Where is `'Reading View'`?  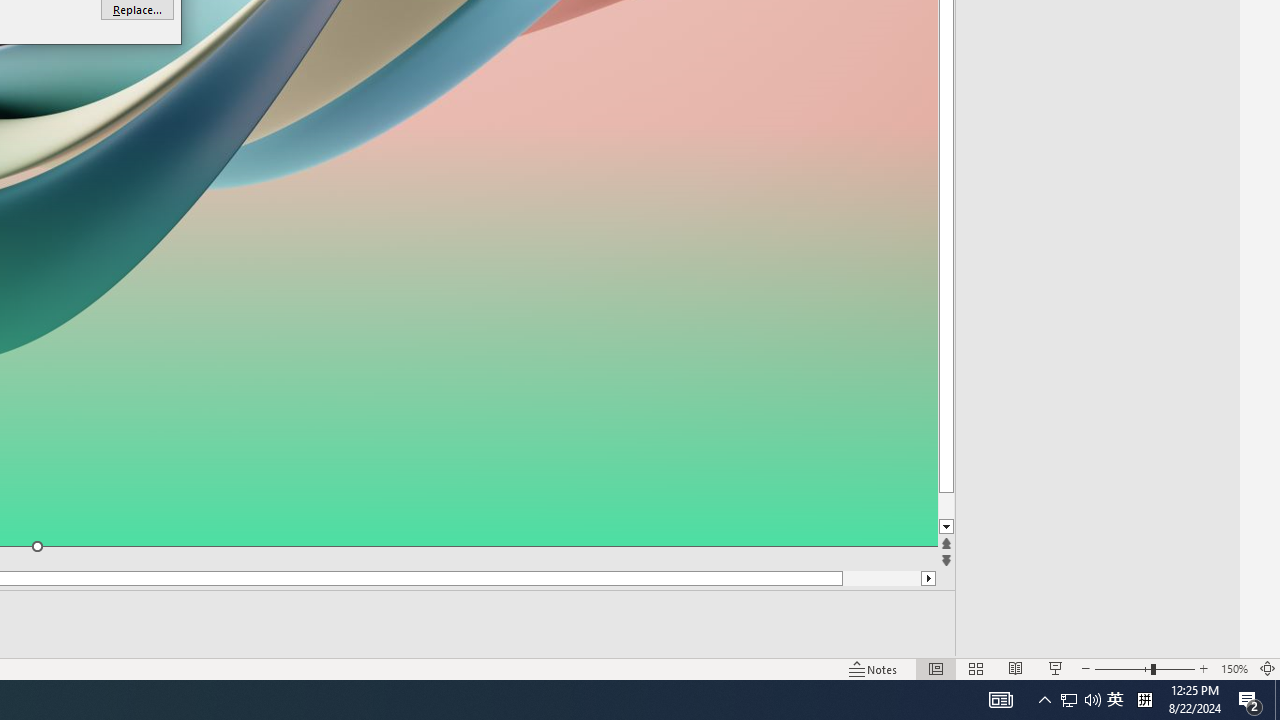 'Reading View' is located at coordinates (1015, 669).